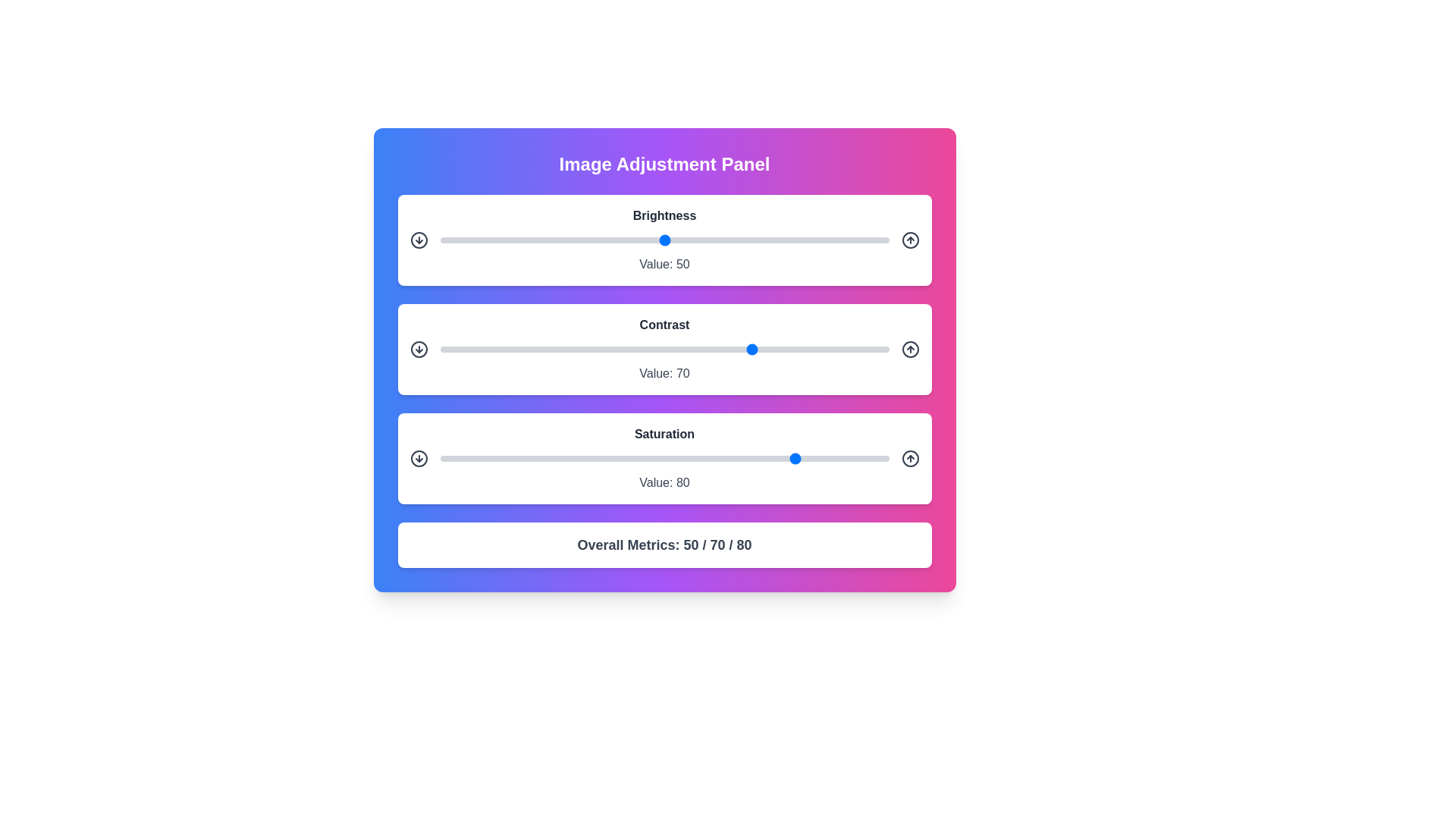 This screenshot has width=1456, height=819. What do you see at coordinates (717, 239) in the screenshot?
I see `brightness` at bounding box center [717, 239].